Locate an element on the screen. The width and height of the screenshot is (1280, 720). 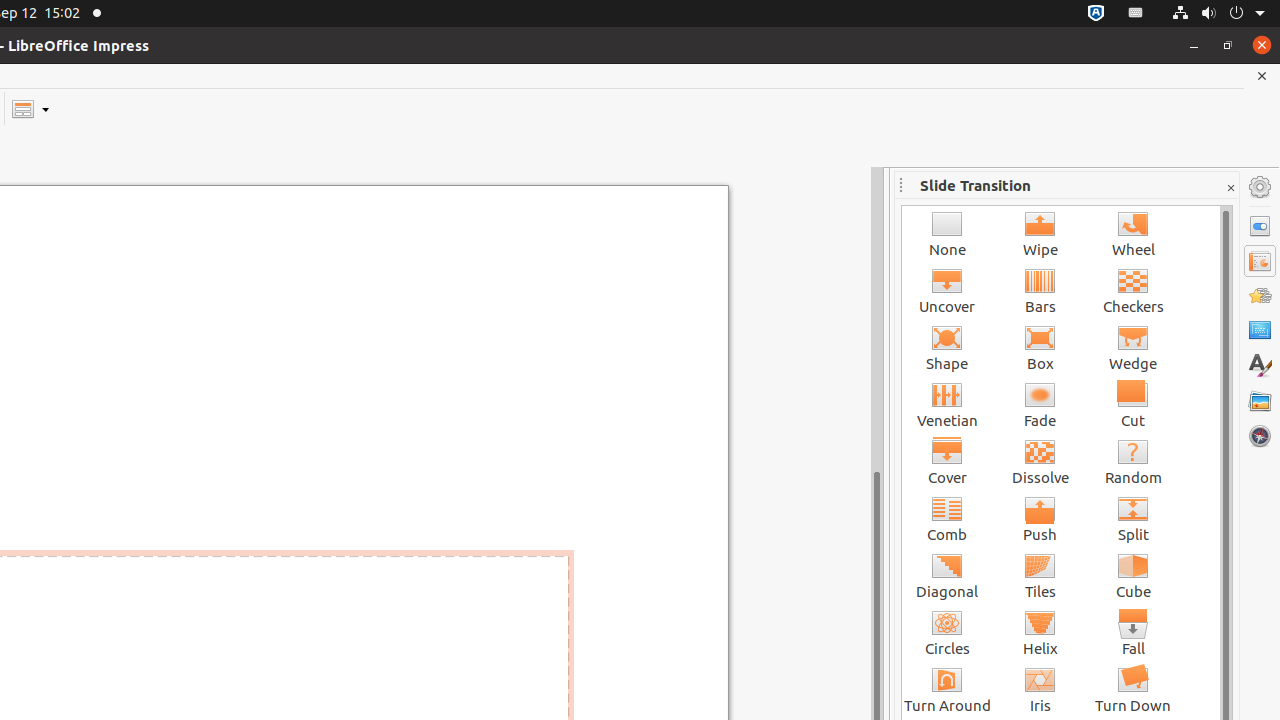
'Bars' is located at coordinates (1040, 290).